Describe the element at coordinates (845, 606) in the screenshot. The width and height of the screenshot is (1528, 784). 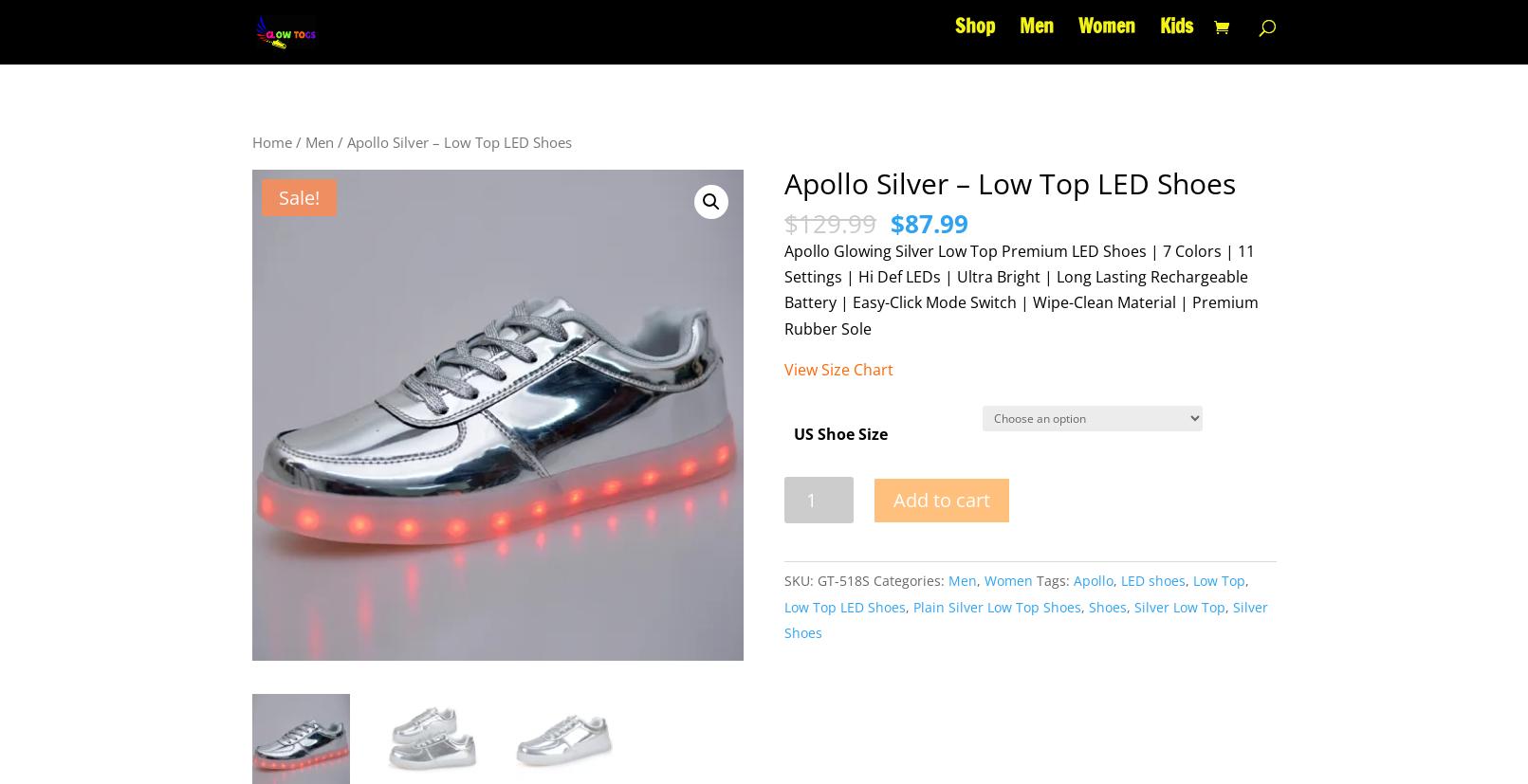
I see `'Low Top LED Shoes'` at that location.